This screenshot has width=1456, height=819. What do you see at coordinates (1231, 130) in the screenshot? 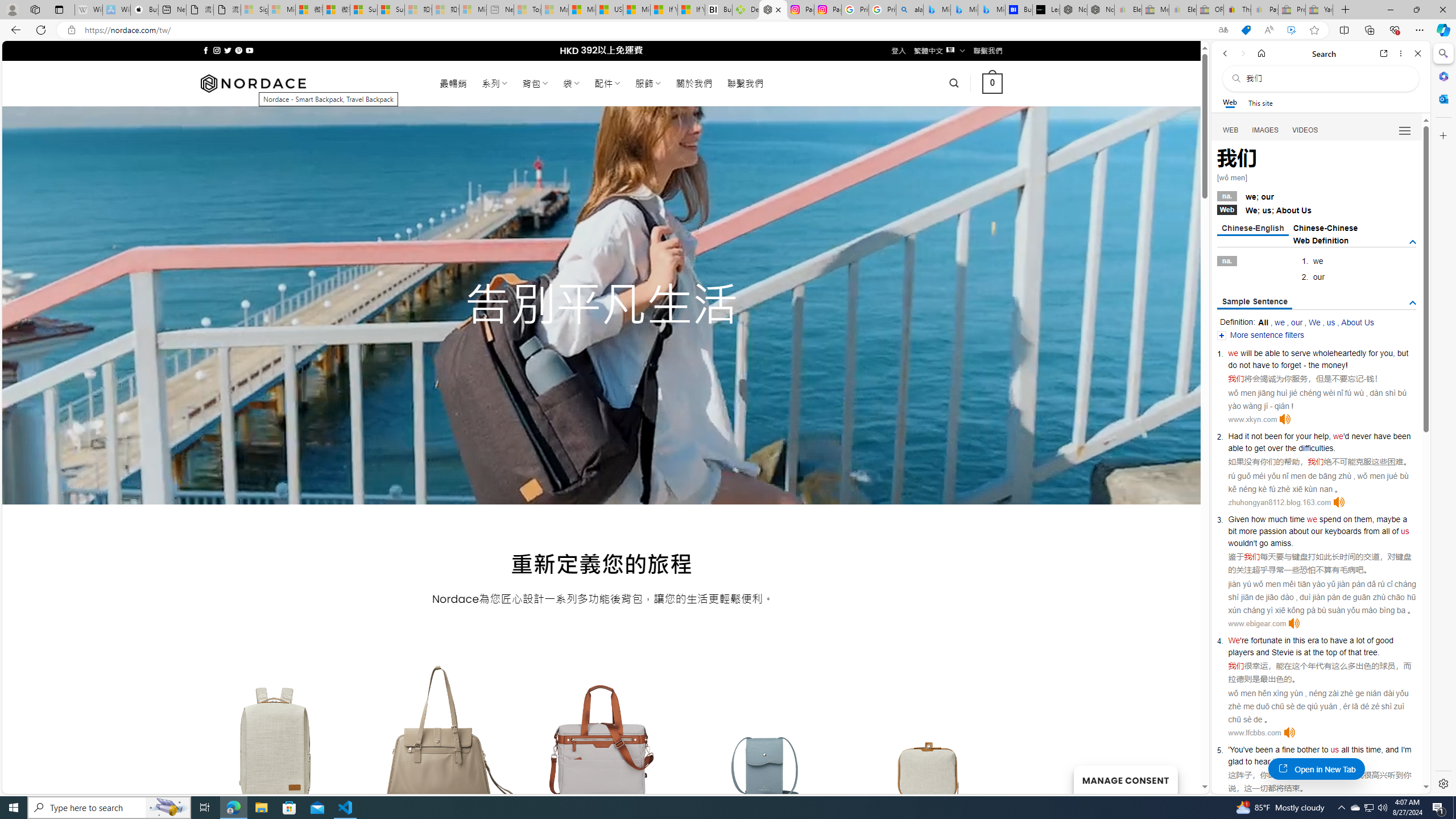
I see `'WEB'` at bounding box center [1231, 130].